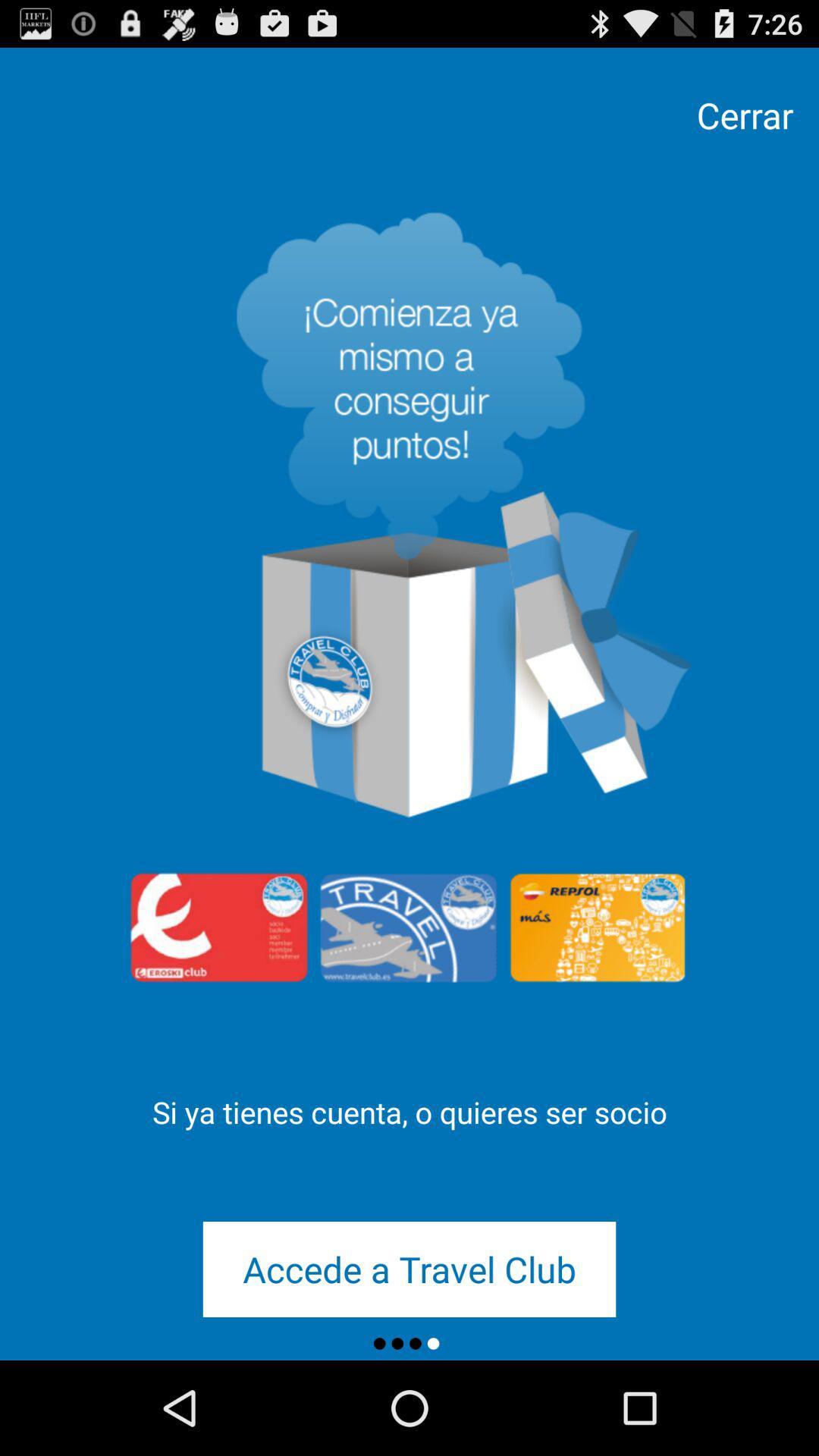 This screenshot has height=1456, width=819. I want to click on the cerrar button, so click(744, 115).